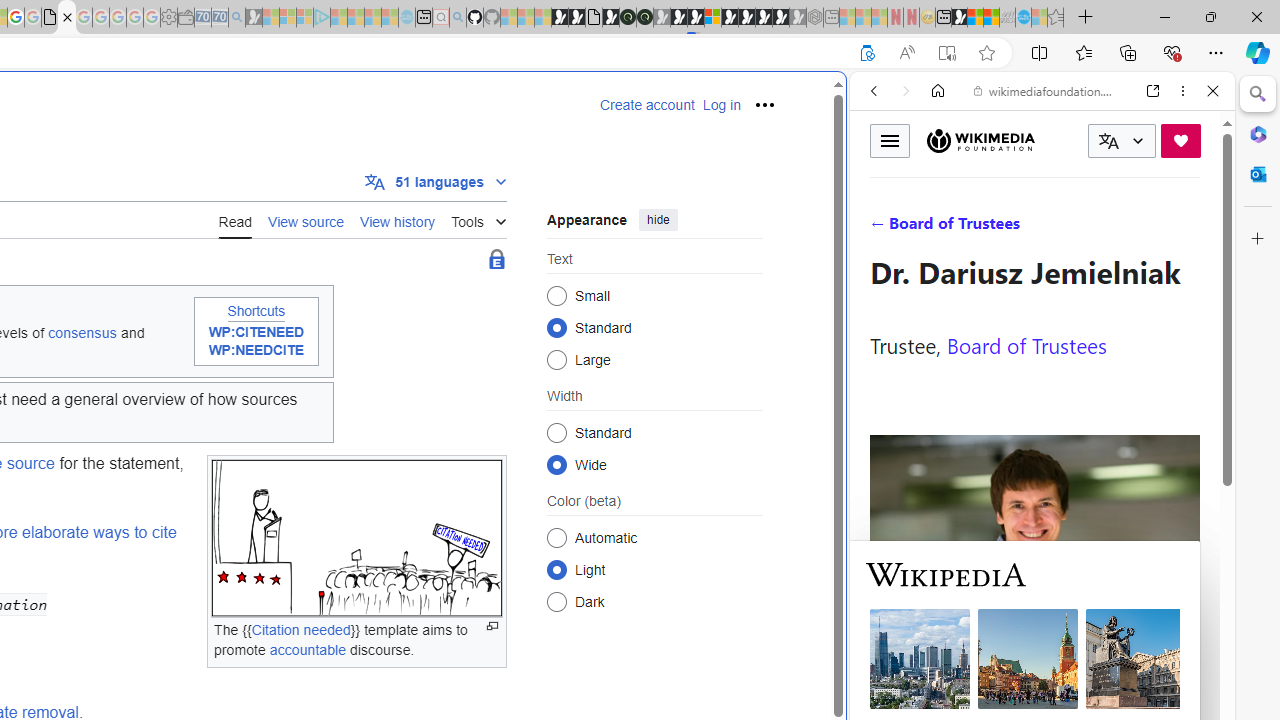  I want to click on 'WP:CITENEED', so click(255, 332).